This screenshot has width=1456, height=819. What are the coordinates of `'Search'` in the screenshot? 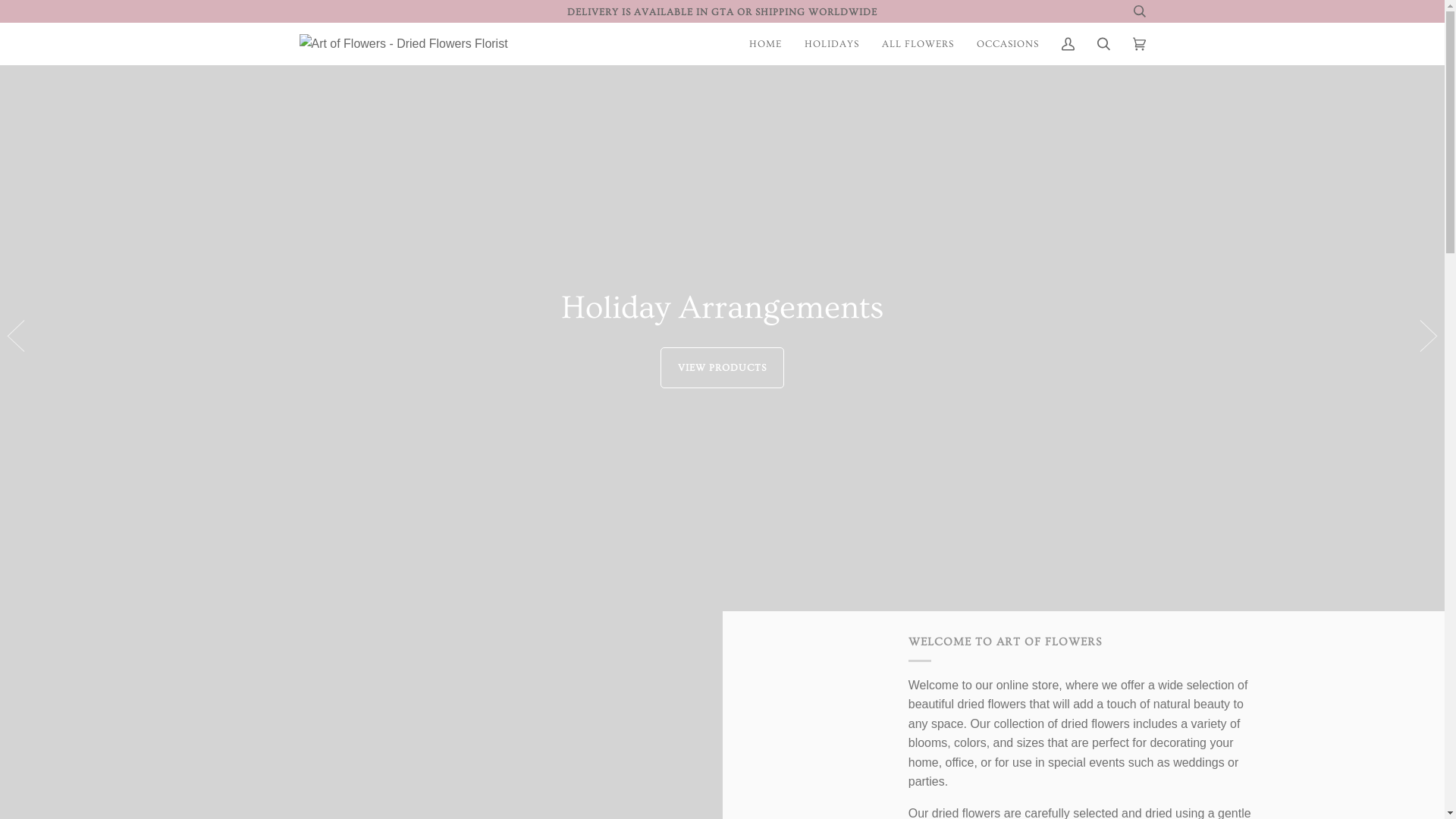 It's located at (1103, 42).